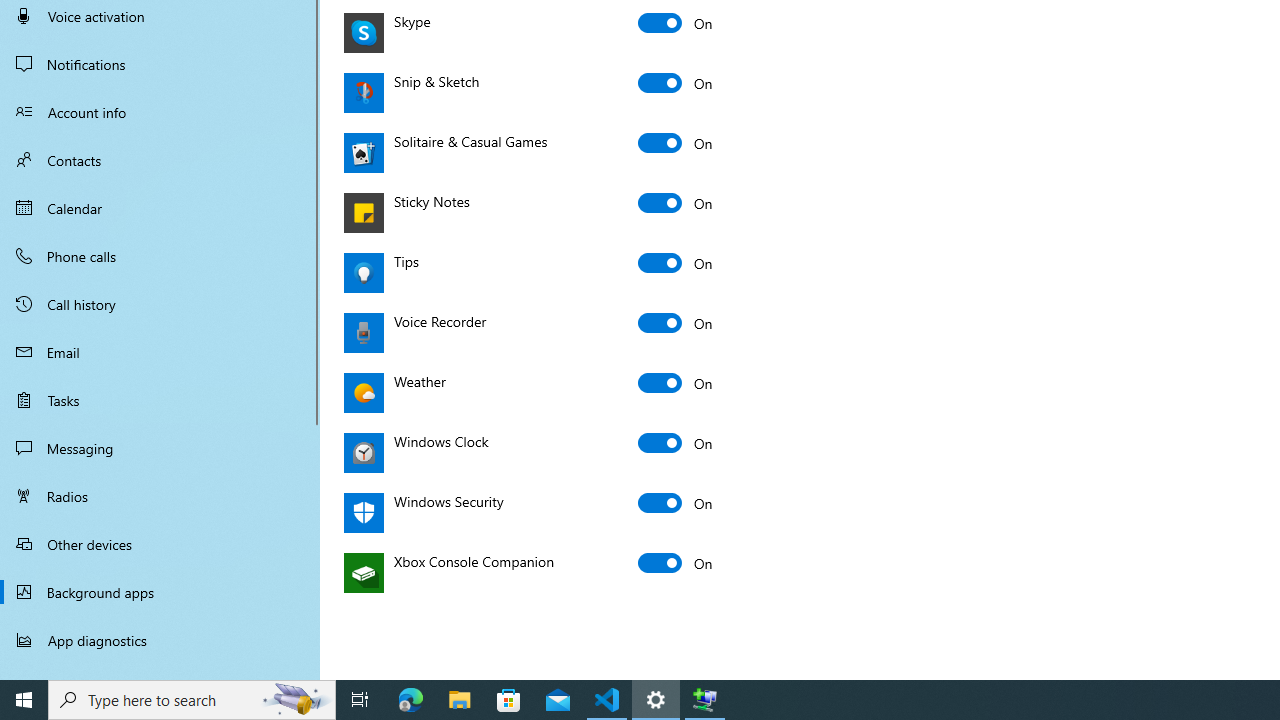 The image size is (1280, 720). Describe the element at coordinates (160, 591) in the screenshot. I see `'Background apps'` at that location.